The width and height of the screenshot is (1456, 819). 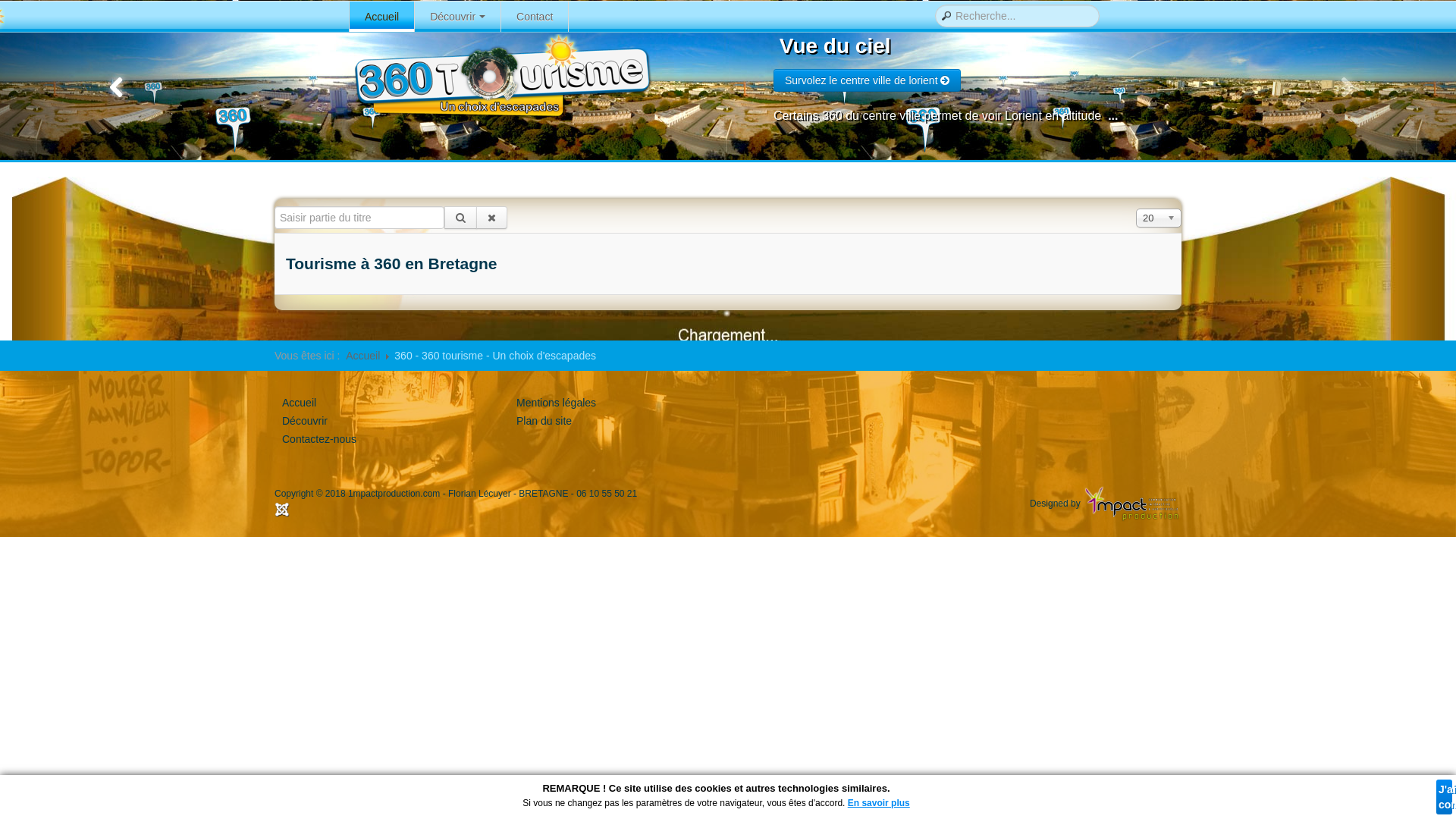 I want to click on '1mpactproduction.com', so click(x=347, y=494).